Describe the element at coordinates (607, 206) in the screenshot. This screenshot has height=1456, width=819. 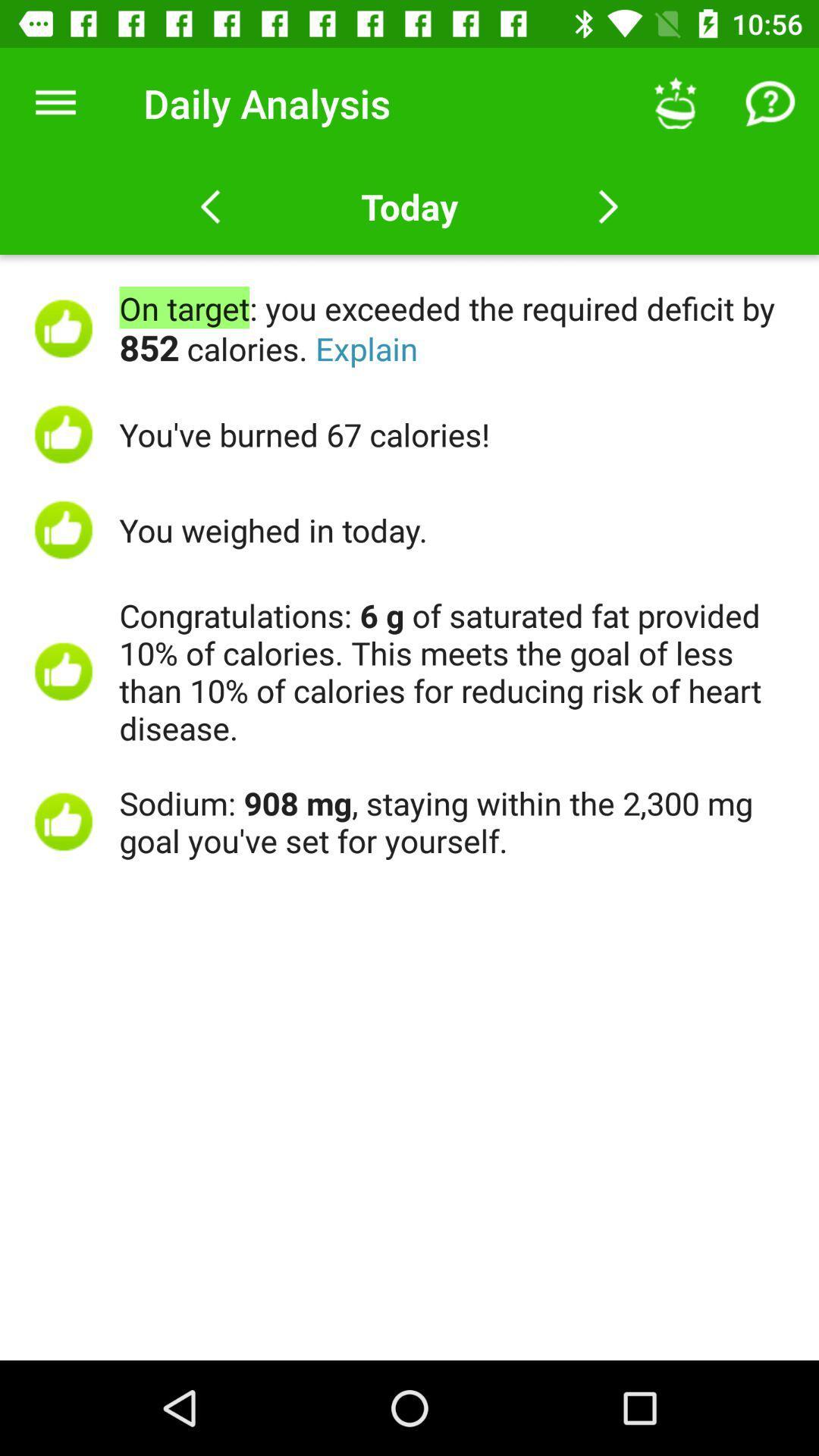
I see `the arrow_forward icon` at that location.